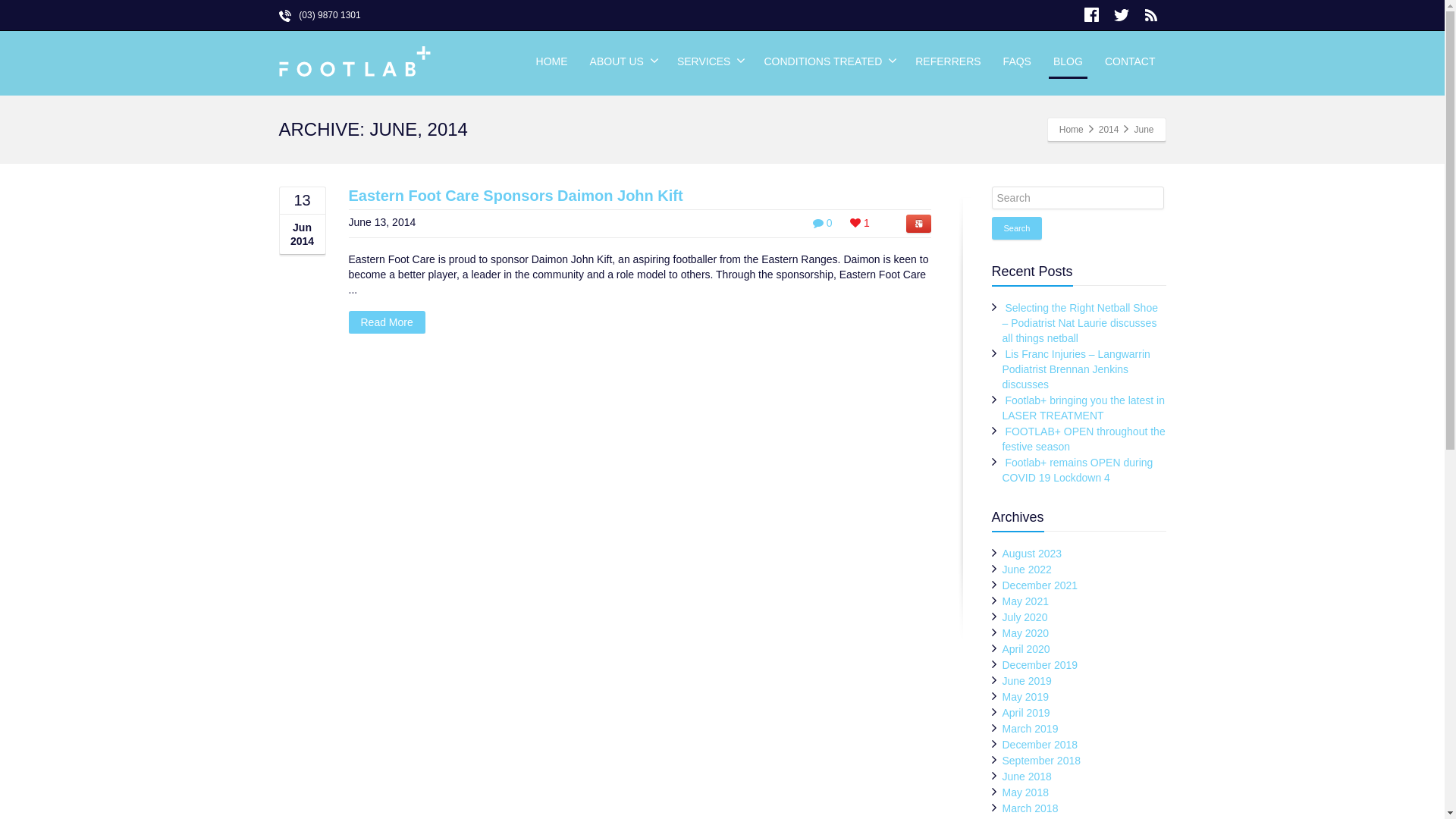 The image size is (1456, 819). What do you see at coordinates (516, 195) in the screenshot?
I see `'Eastern Foot Care Sponsors Daimon John Kift'` at bounding box center [516, 195].